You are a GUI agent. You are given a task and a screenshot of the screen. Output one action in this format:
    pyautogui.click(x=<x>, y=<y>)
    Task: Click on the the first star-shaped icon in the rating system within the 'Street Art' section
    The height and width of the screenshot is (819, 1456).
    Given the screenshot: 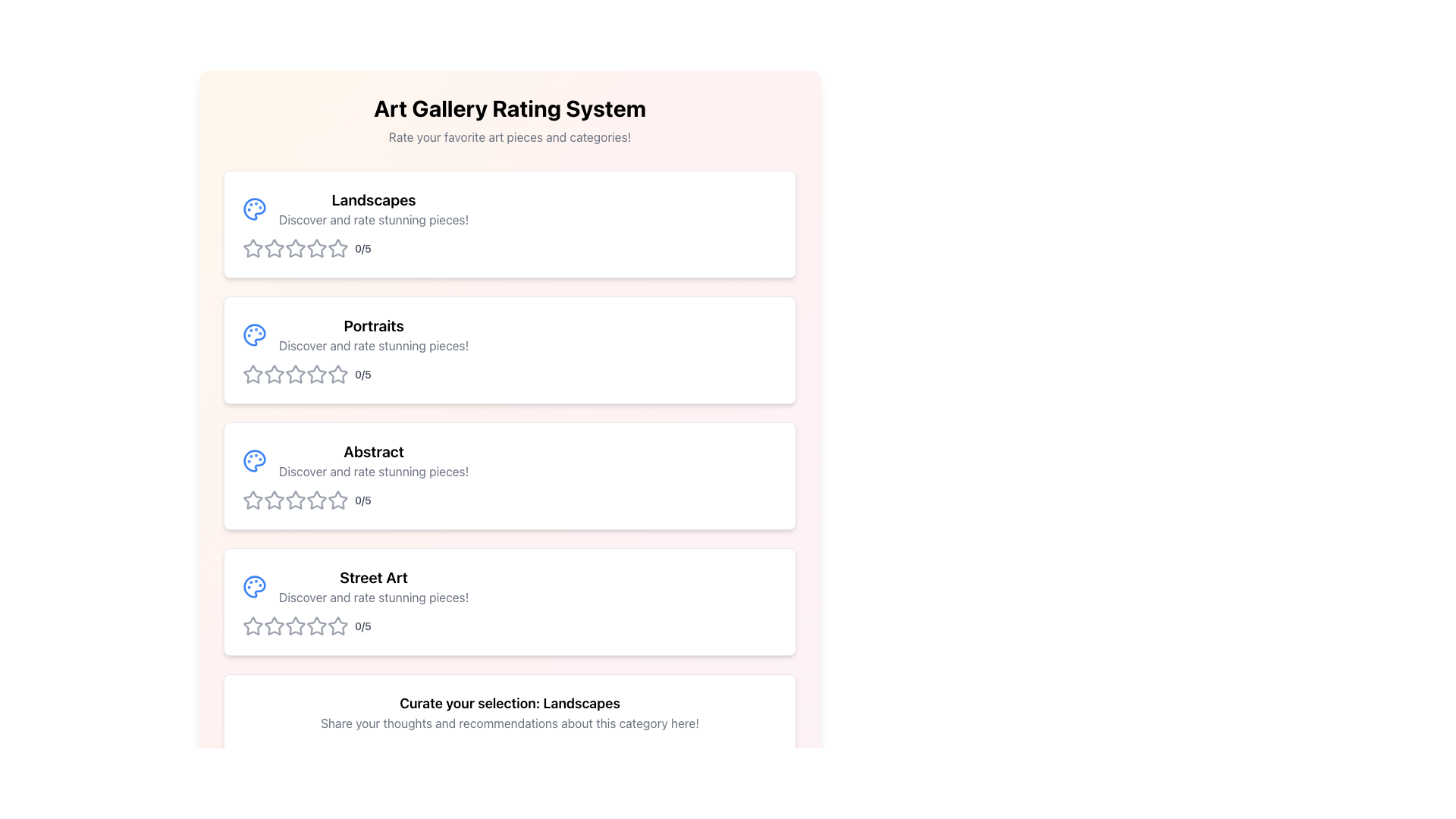 What is the action you would take?
    pyautogui.click(x=274, y=626)
    